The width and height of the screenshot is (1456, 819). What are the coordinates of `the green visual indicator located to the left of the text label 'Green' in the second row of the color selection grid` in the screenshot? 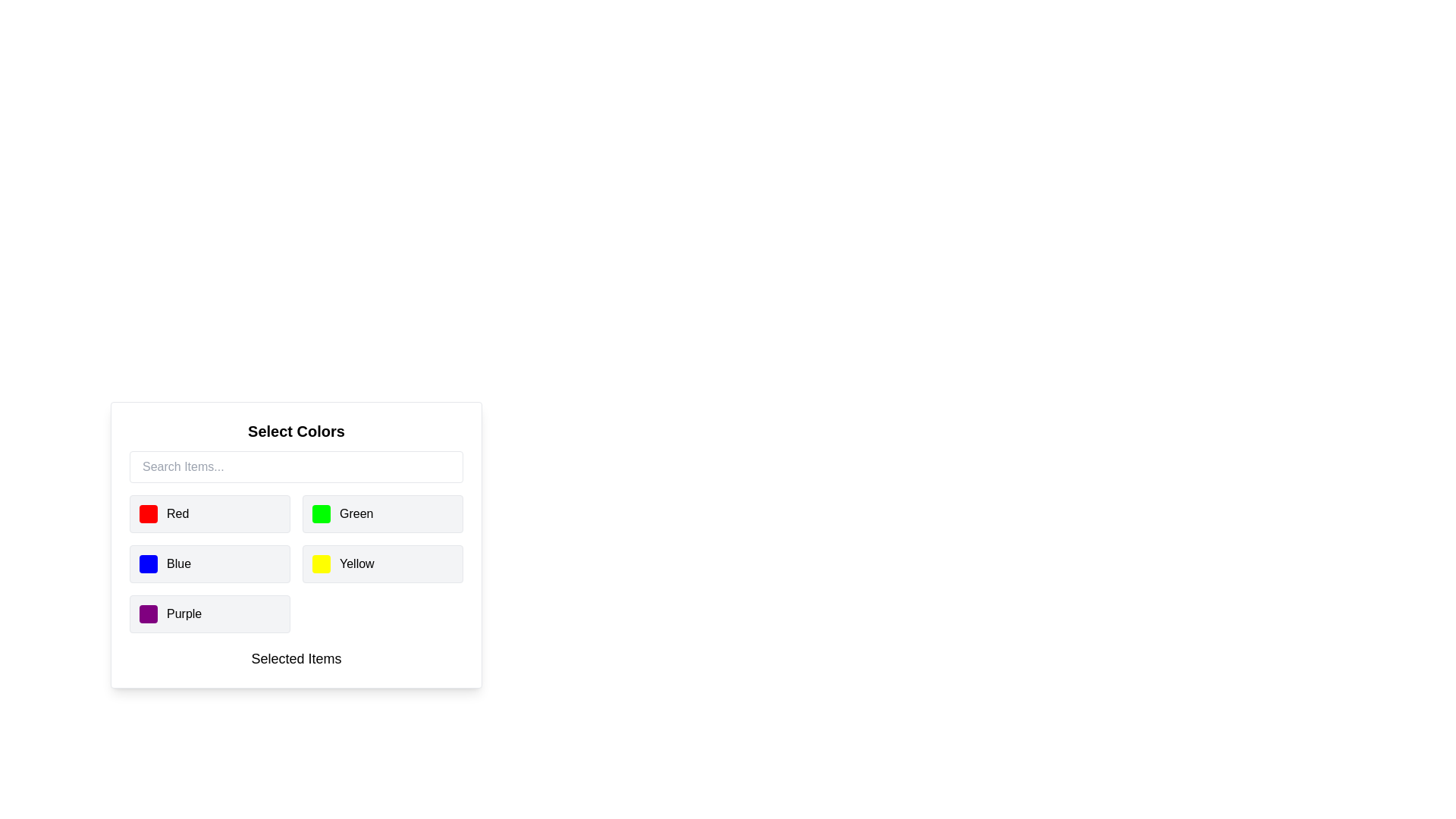 It's located at (320, 513).